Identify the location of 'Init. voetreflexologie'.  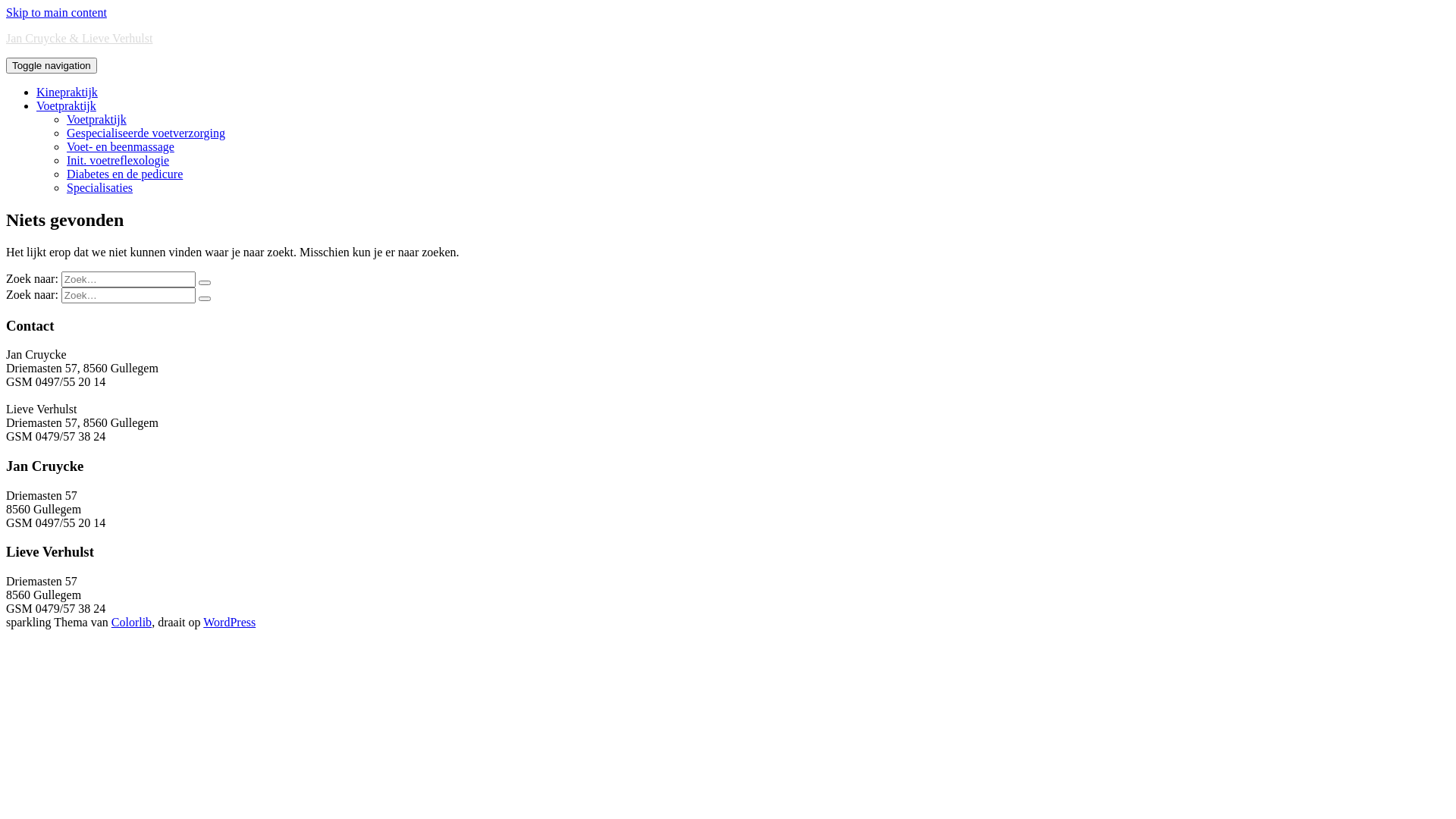
(117, 160).